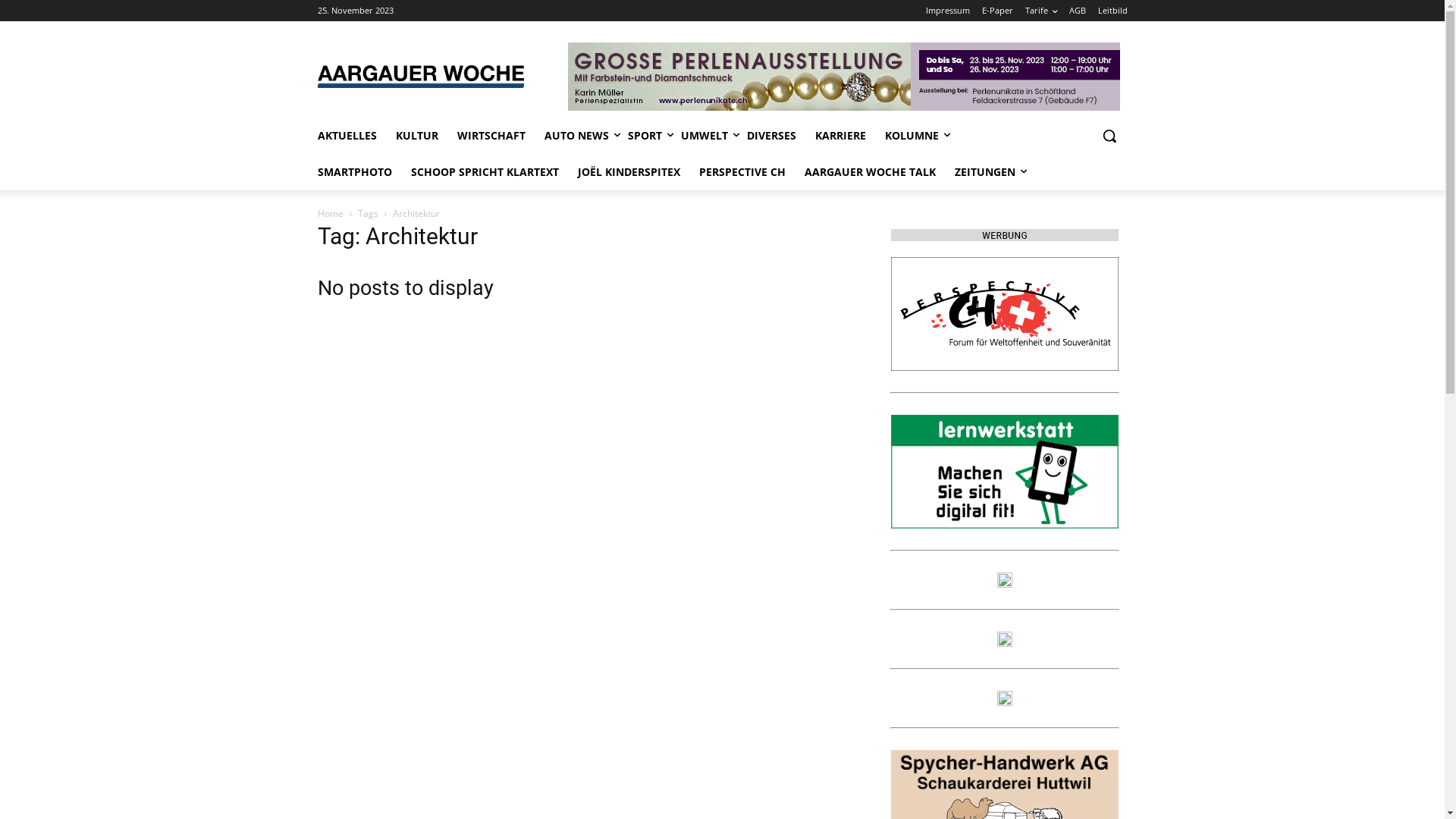 This screenshot has height=819, width=1456. I want to click on 'AUTO NEWS', so click(544, 134).